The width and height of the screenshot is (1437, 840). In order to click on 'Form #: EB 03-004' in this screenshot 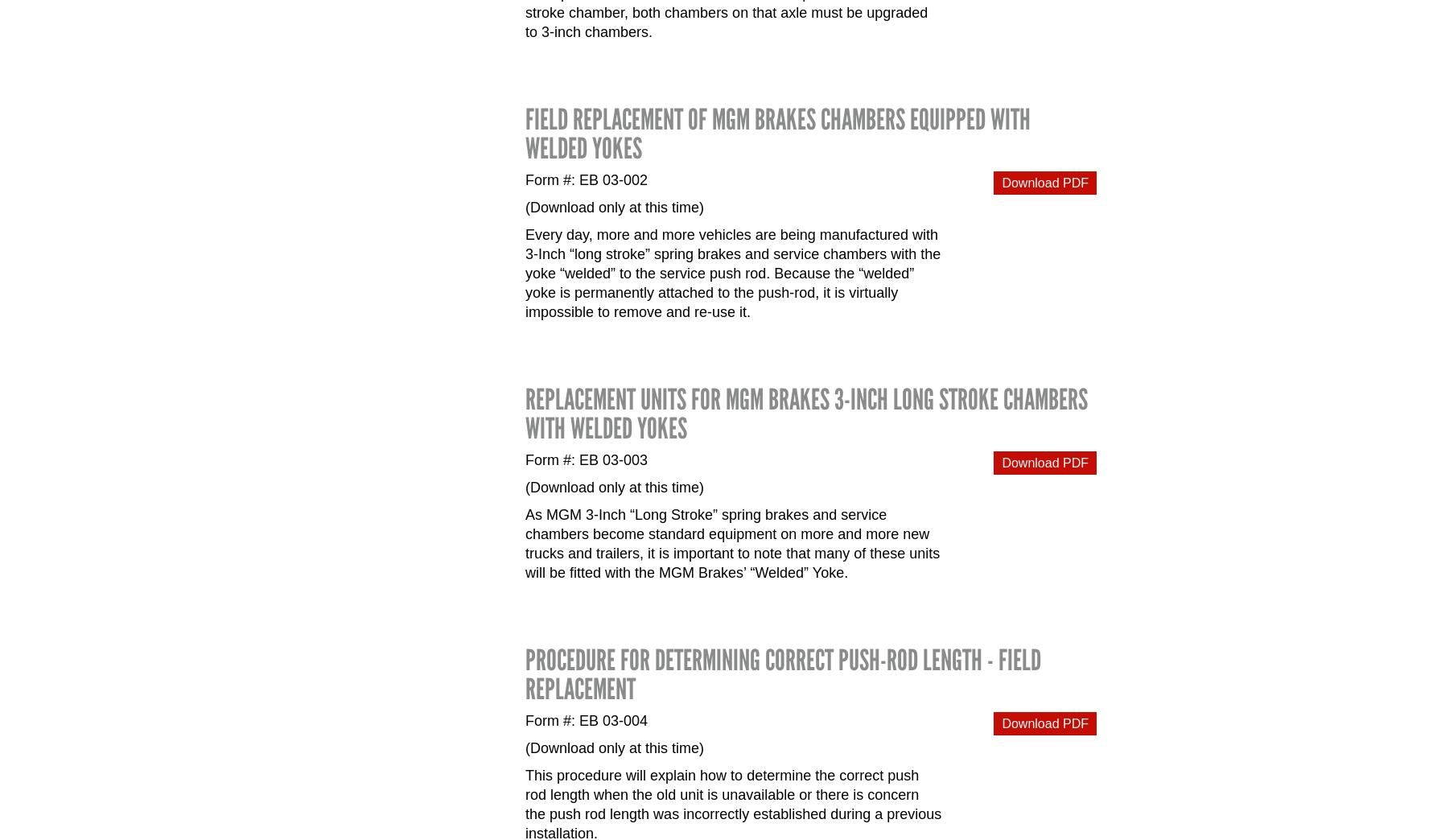, I will do `click(587, 720)`.